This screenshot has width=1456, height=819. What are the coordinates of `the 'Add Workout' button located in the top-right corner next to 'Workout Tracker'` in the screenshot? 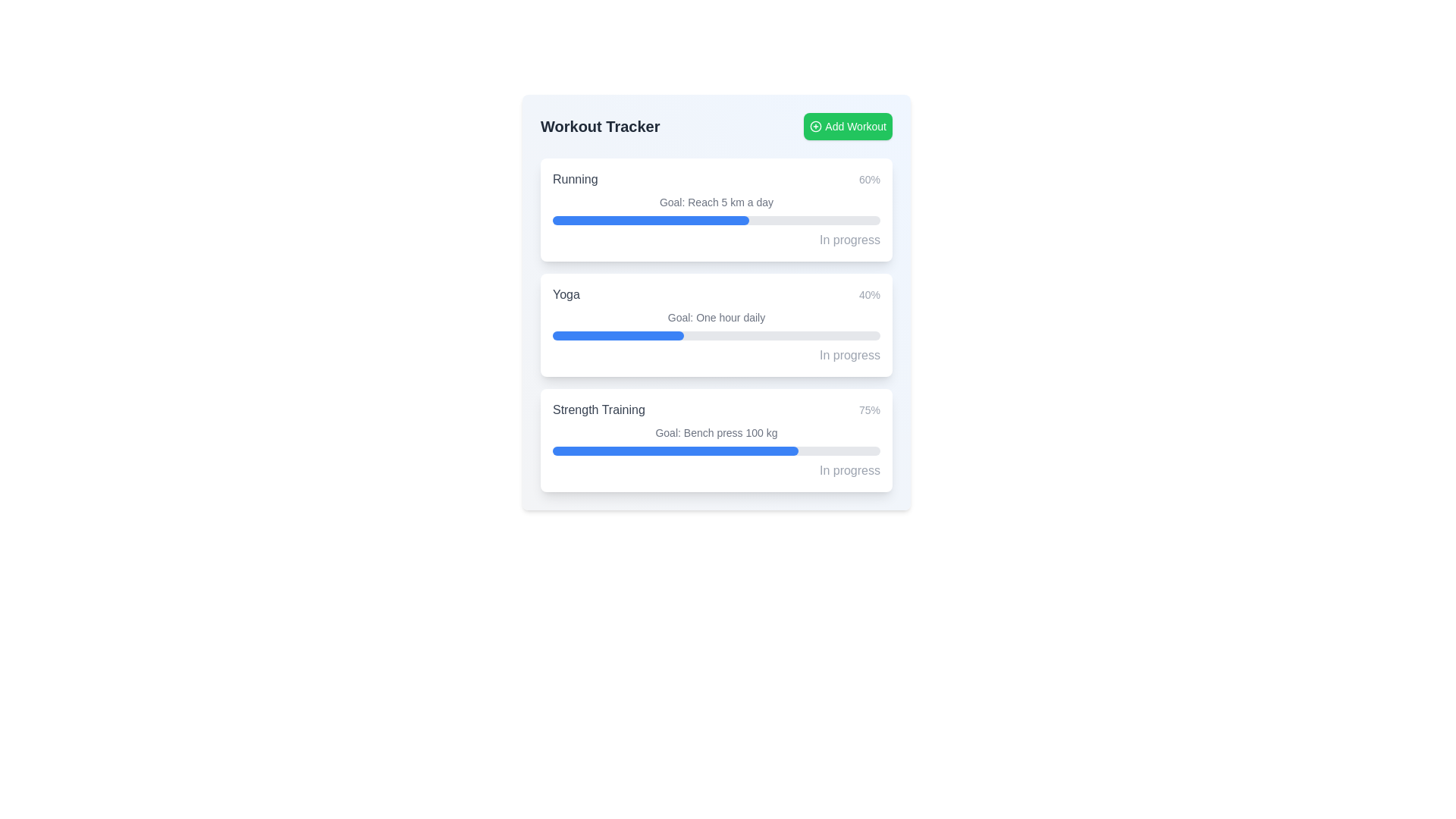 It's located at (847, 125).